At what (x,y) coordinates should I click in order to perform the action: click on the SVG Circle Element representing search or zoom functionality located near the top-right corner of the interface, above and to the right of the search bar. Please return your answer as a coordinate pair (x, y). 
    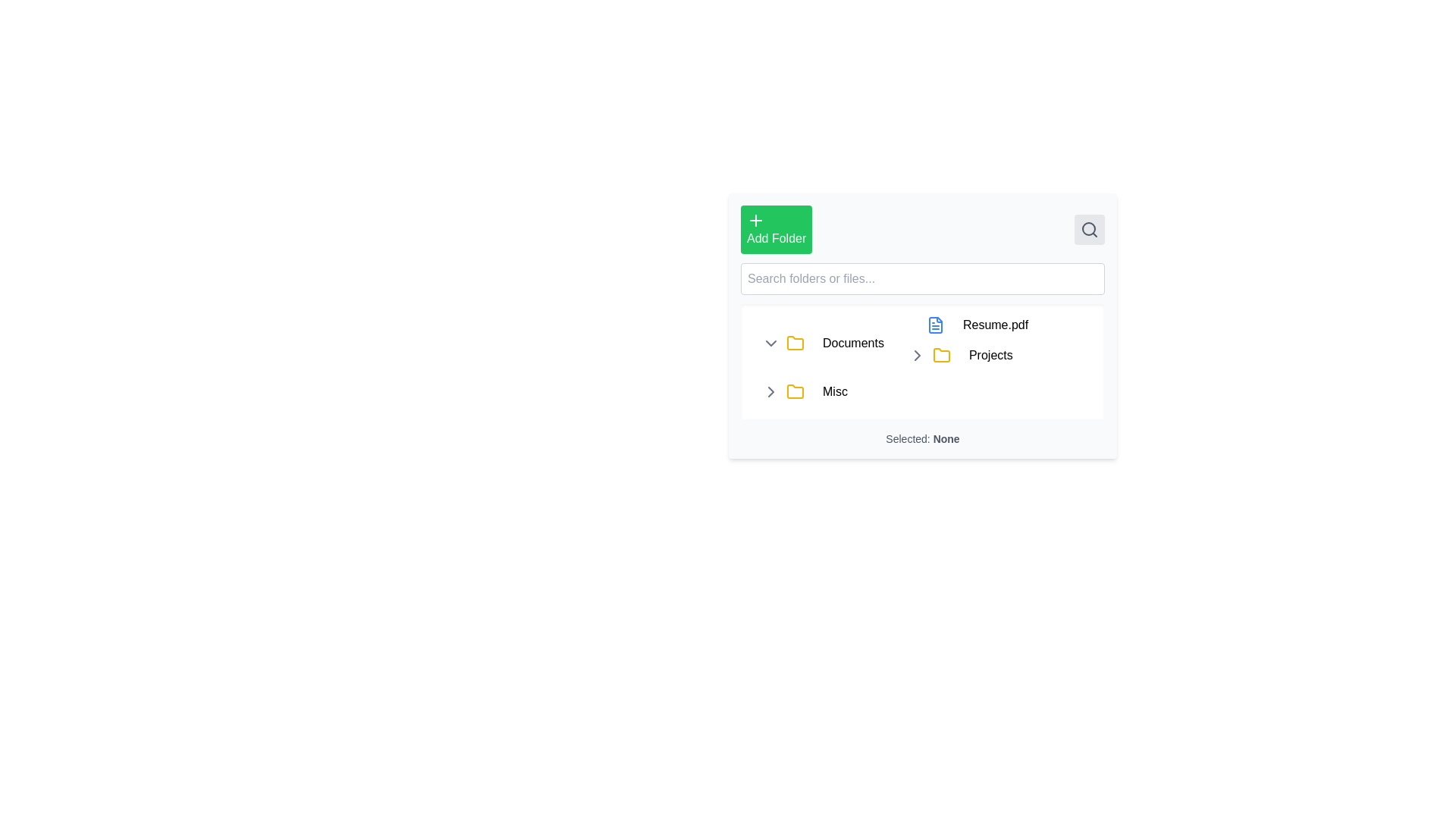
    Looking at the image, I should click on (1087, 228).